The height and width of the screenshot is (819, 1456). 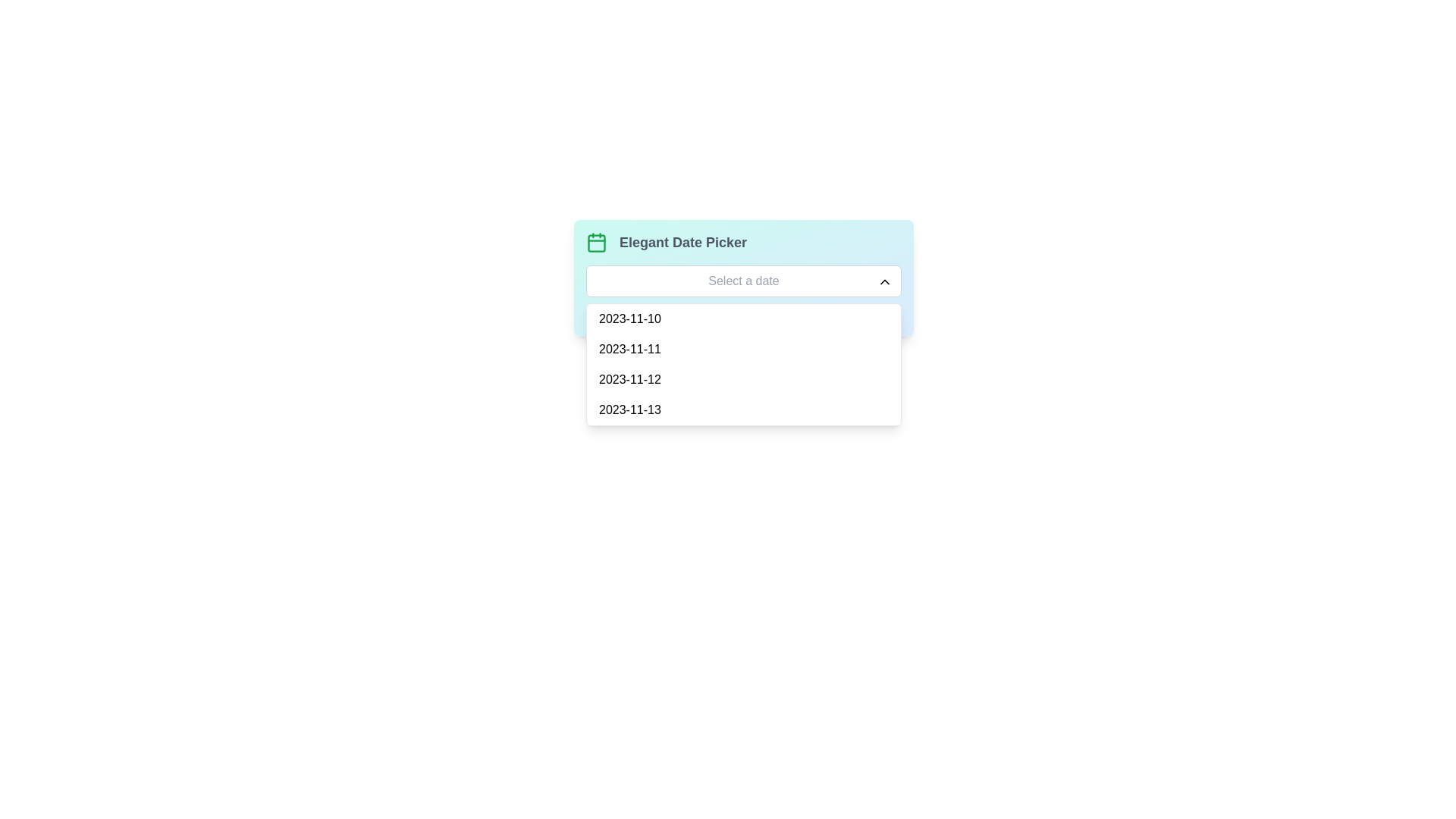 I want to click on the decorative and functional icon for the calendar or date-related functionality located at the left side of the 'Elegant Date Picker' header, so click(x=596, y=242).